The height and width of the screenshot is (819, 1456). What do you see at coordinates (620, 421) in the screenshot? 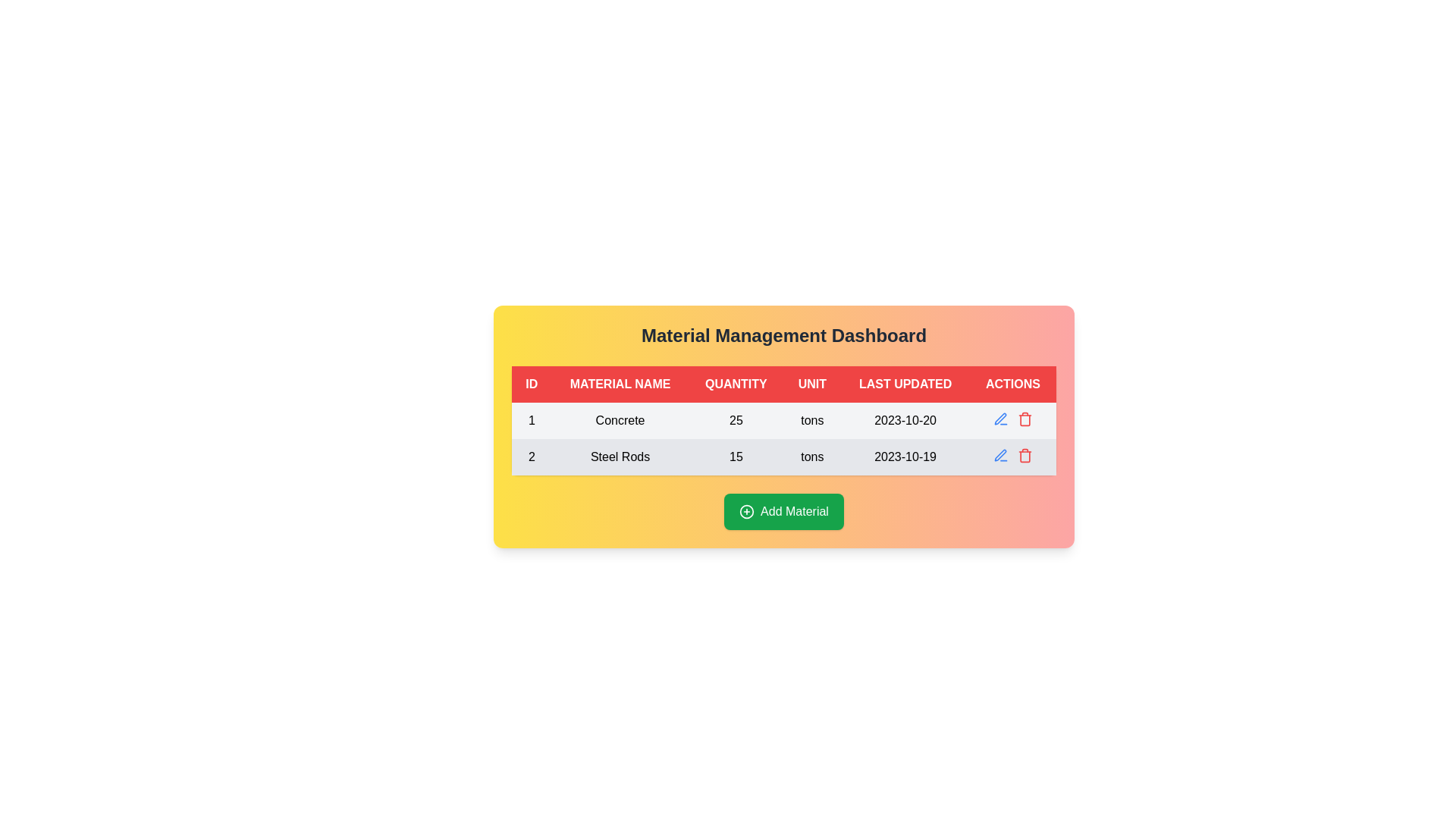
I see `the Text Label representing the material name in the second column of the first row of the data table, which is adjacent to the numeric value '1' and the quantity value '25'` at bounding box center [620, 421].